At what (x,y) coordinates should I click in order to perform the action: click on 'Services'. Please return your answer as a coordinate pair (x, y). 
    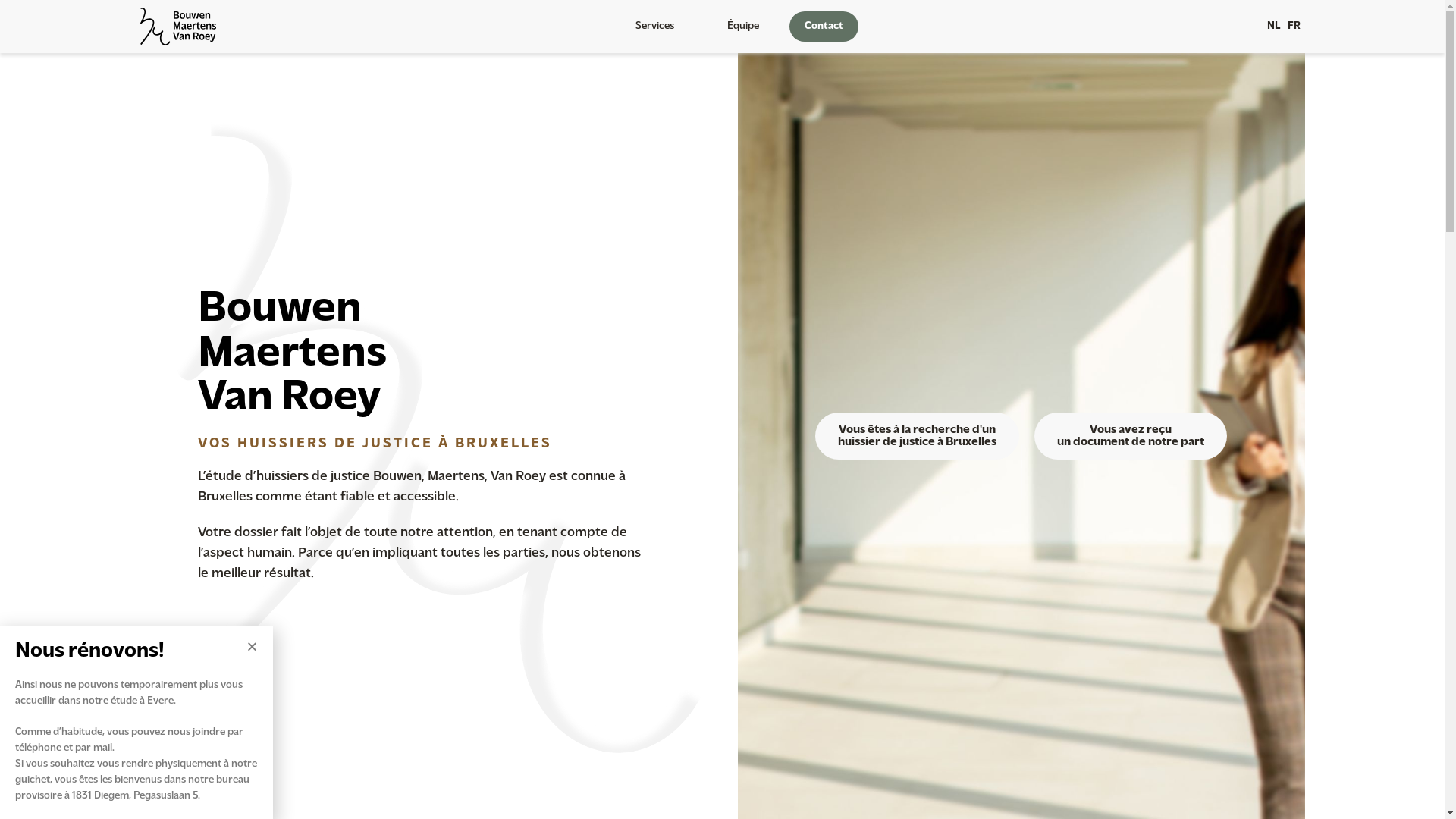
    Looking at the image, I should click on (658, 26).